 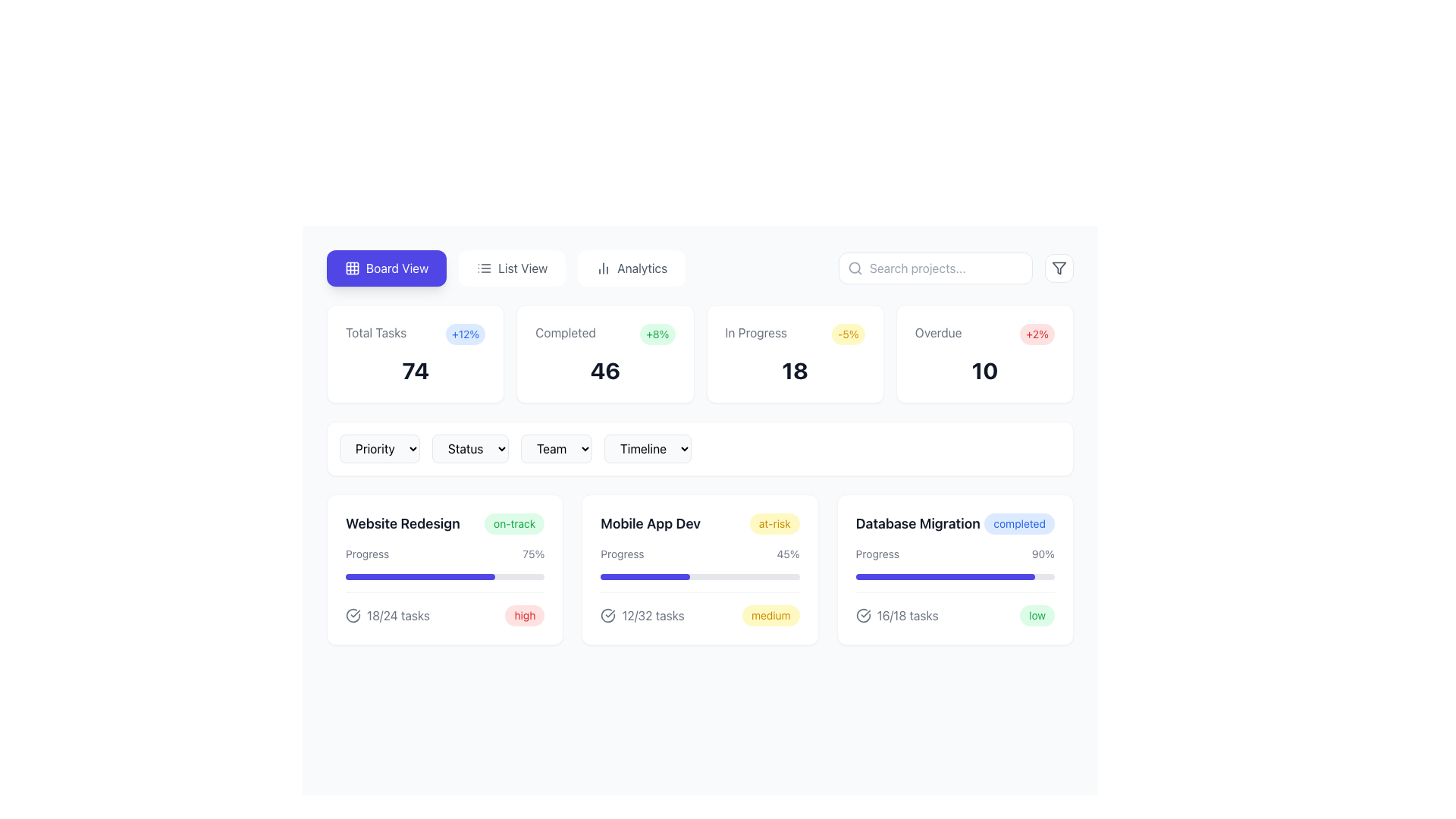 What do you see at coordinates (653, 616) in the screenshot?
I see `the text display indicating progress for completed tasks in the 'Mobile App Dev' category, located below the blue progress bar and to the right of the checkmark icon` at bounding box center [653, 616].